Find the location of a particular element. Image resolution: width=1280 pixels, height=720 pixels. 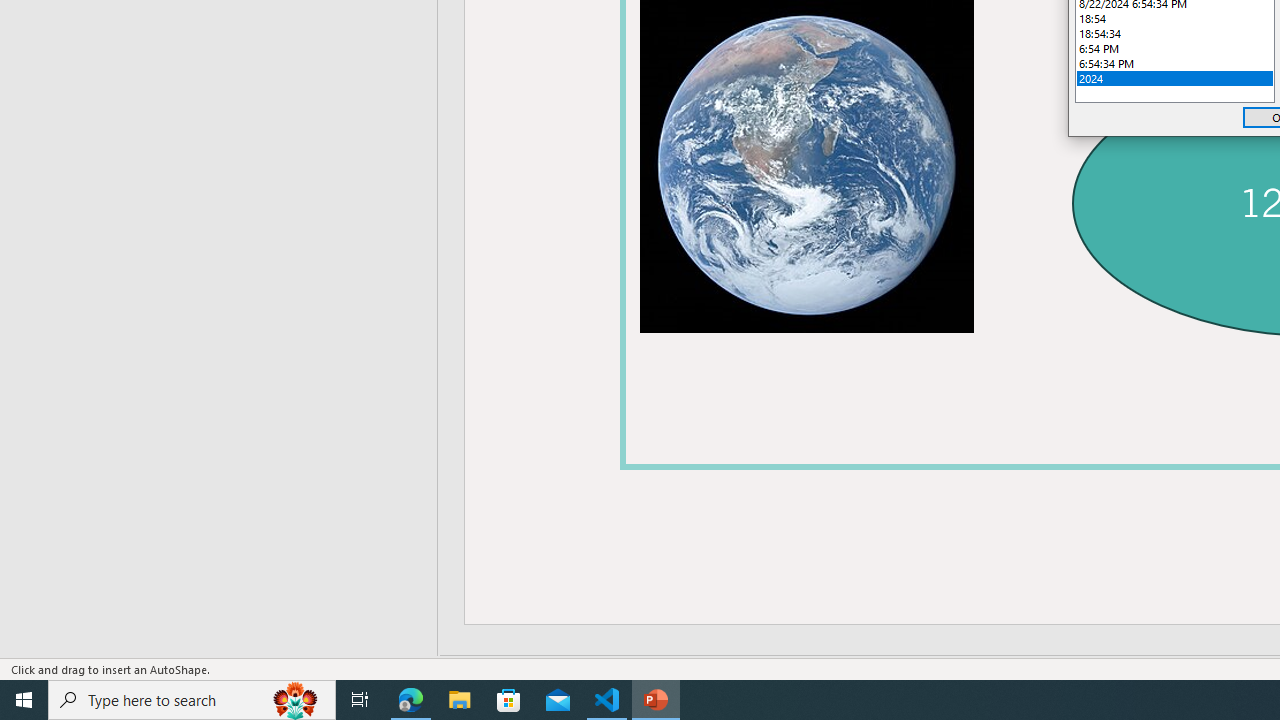

'2024' is located at coordinates (1175, 77).